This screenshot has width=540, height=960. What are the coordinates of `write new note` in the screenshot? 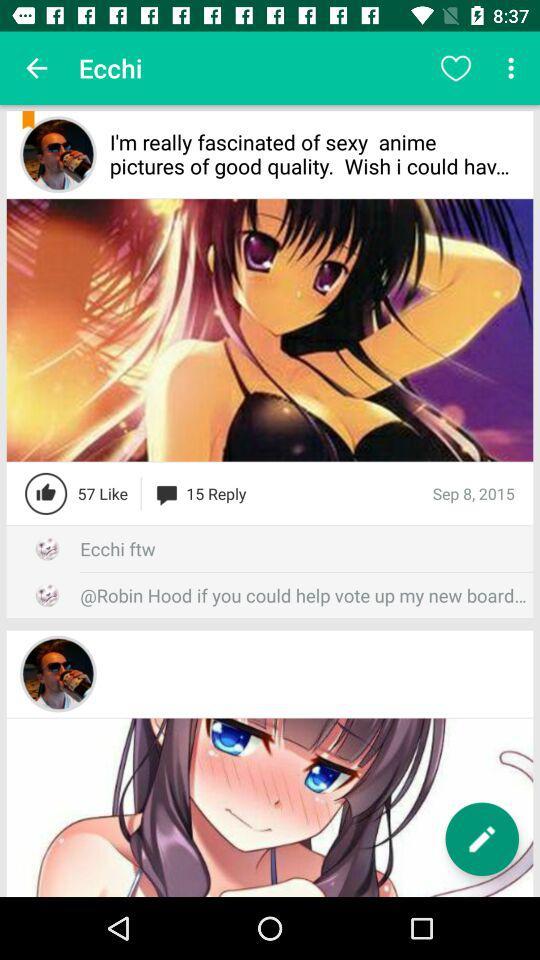 It's located at (481, 839).